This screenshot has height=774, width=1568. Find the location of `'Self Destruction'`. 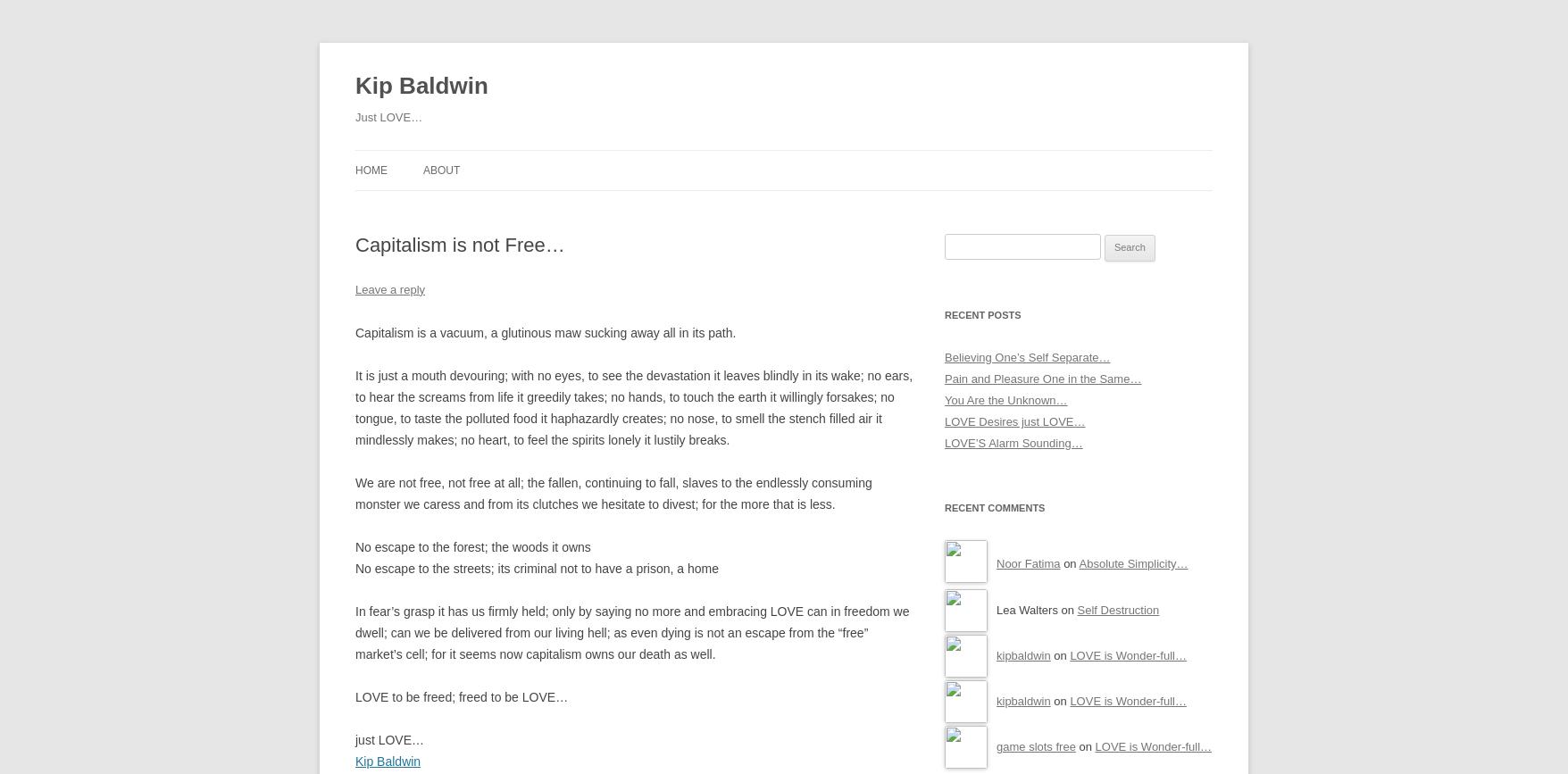

'Self Destruction' is located at coordinates (1077, 608).